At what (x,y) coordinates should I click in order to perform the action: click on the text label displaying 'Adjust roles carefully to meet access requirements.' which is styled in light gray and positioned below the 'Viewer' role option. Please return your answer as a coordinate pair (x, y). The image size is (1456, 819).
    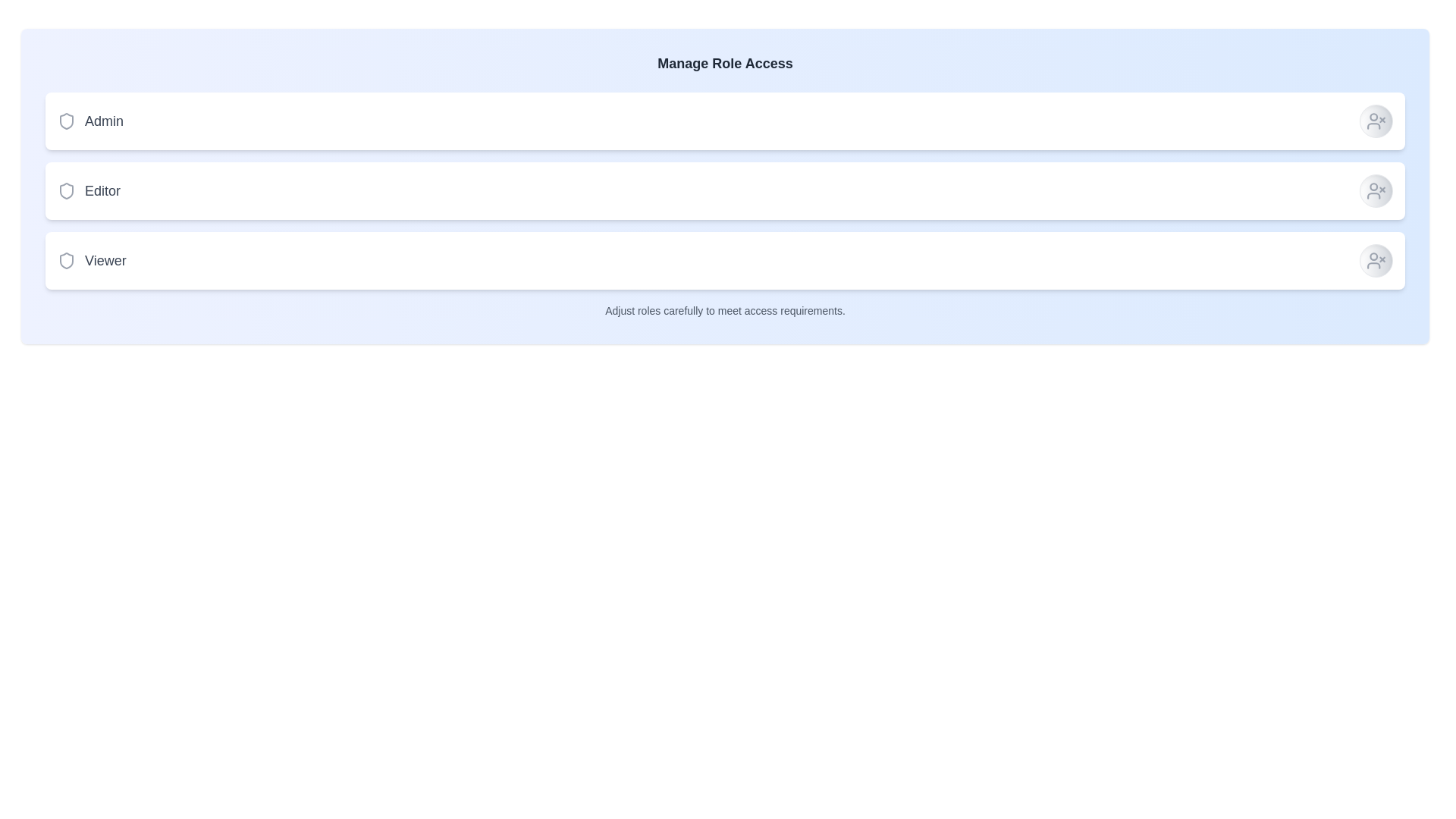
    Looking at the image, I should click on (724, 309).